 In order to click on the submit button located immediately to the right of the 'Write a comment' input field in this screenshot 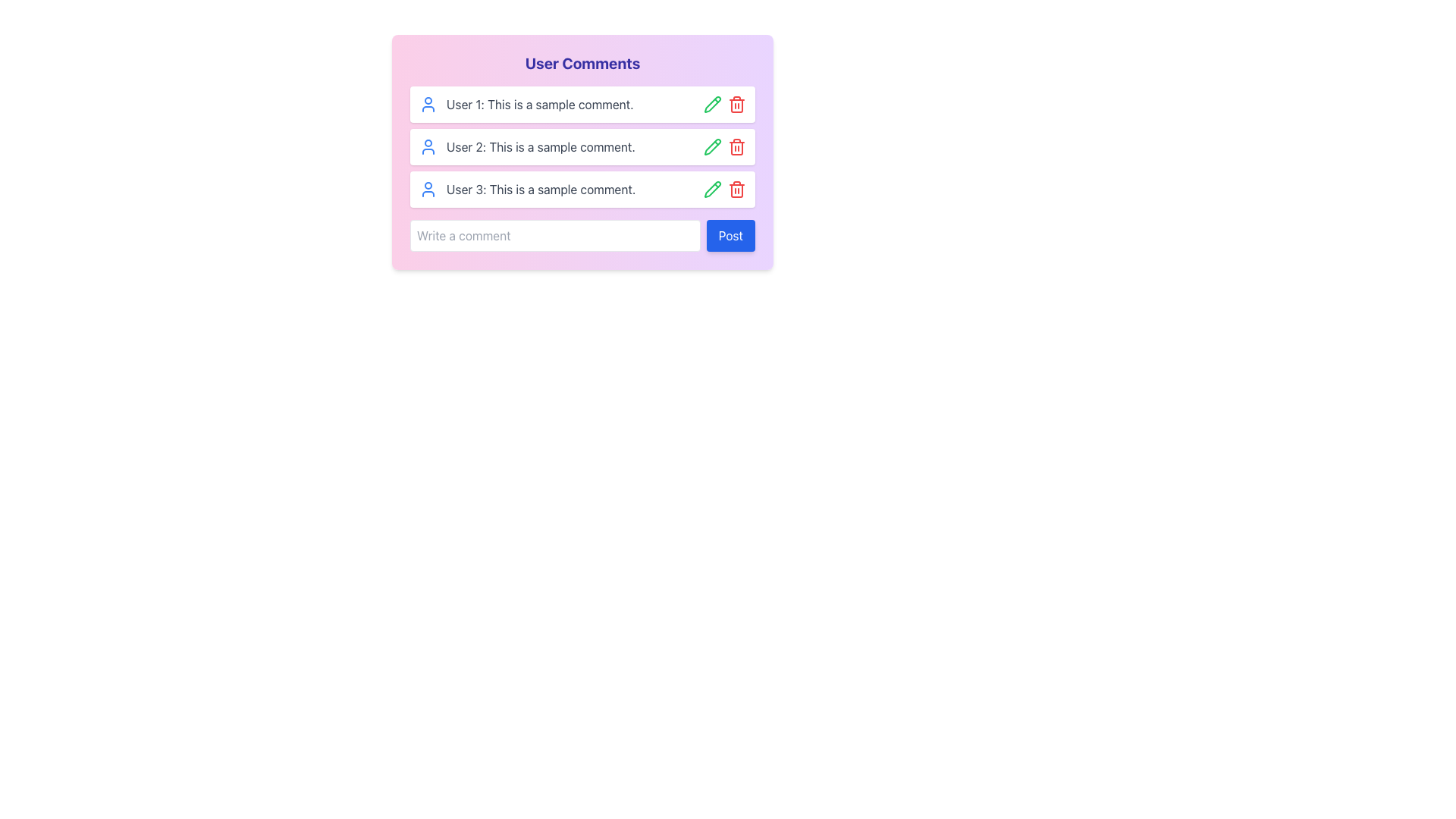, I will do `click(730, 236)`.